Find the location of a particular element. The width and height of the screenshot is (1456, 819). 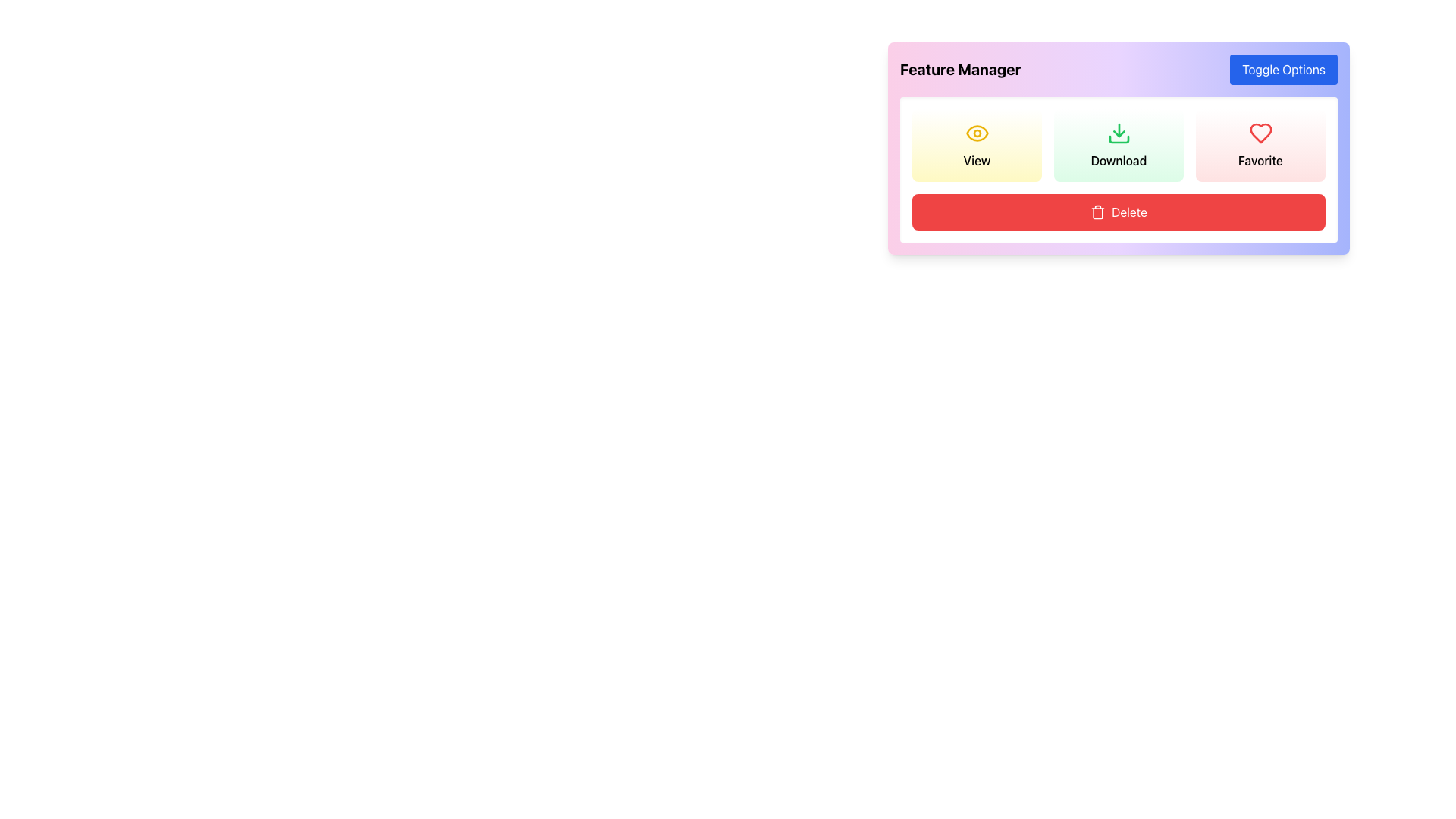

the heart icon representing the 'Favorite' action, which is the third clickable option in the interface, positioned to the right of the 'Download' button is located at coordinates (1260, 133).